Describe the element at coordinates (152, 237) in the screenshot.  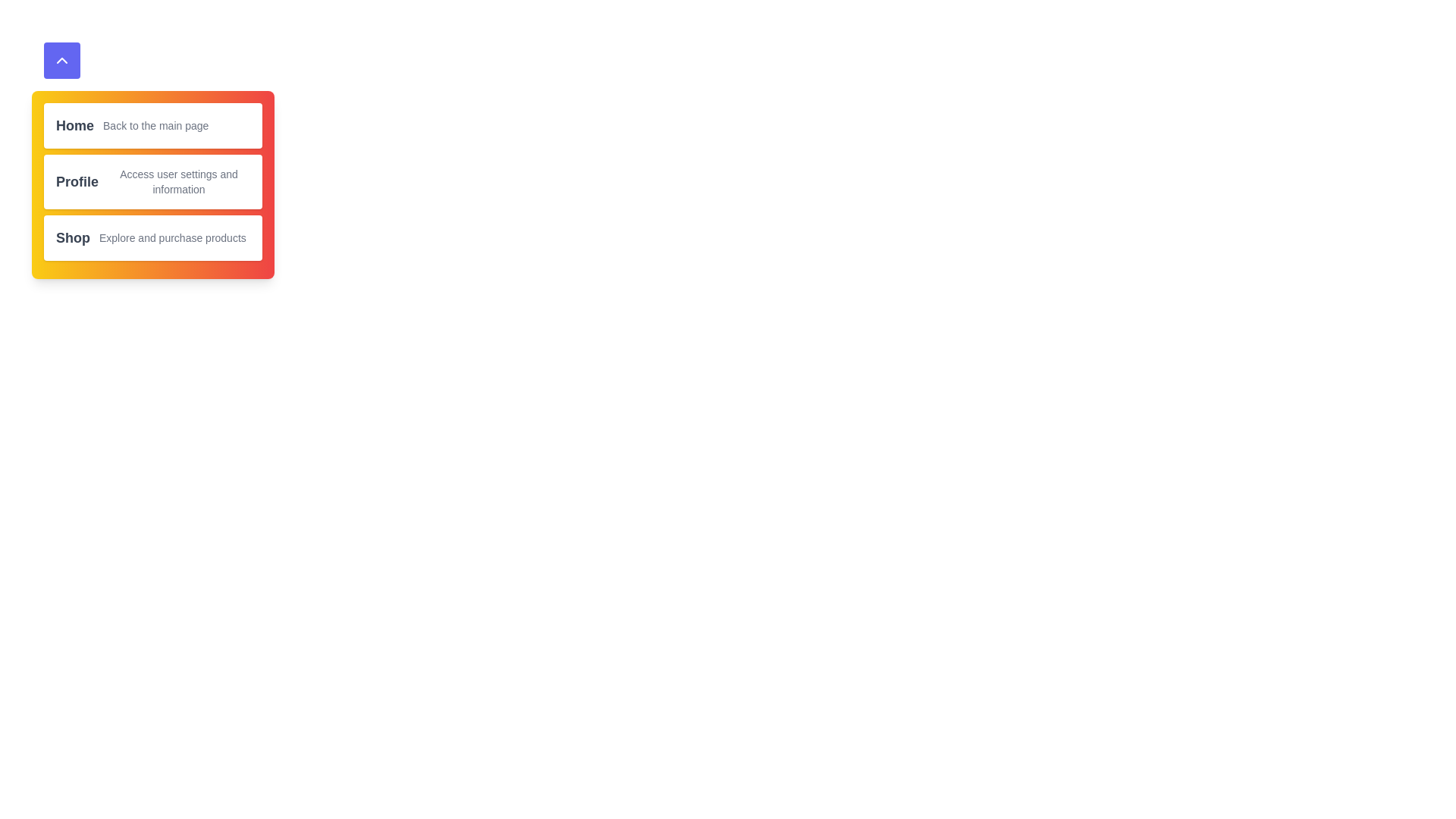
I see `the menu item labeled Shop` at that location.